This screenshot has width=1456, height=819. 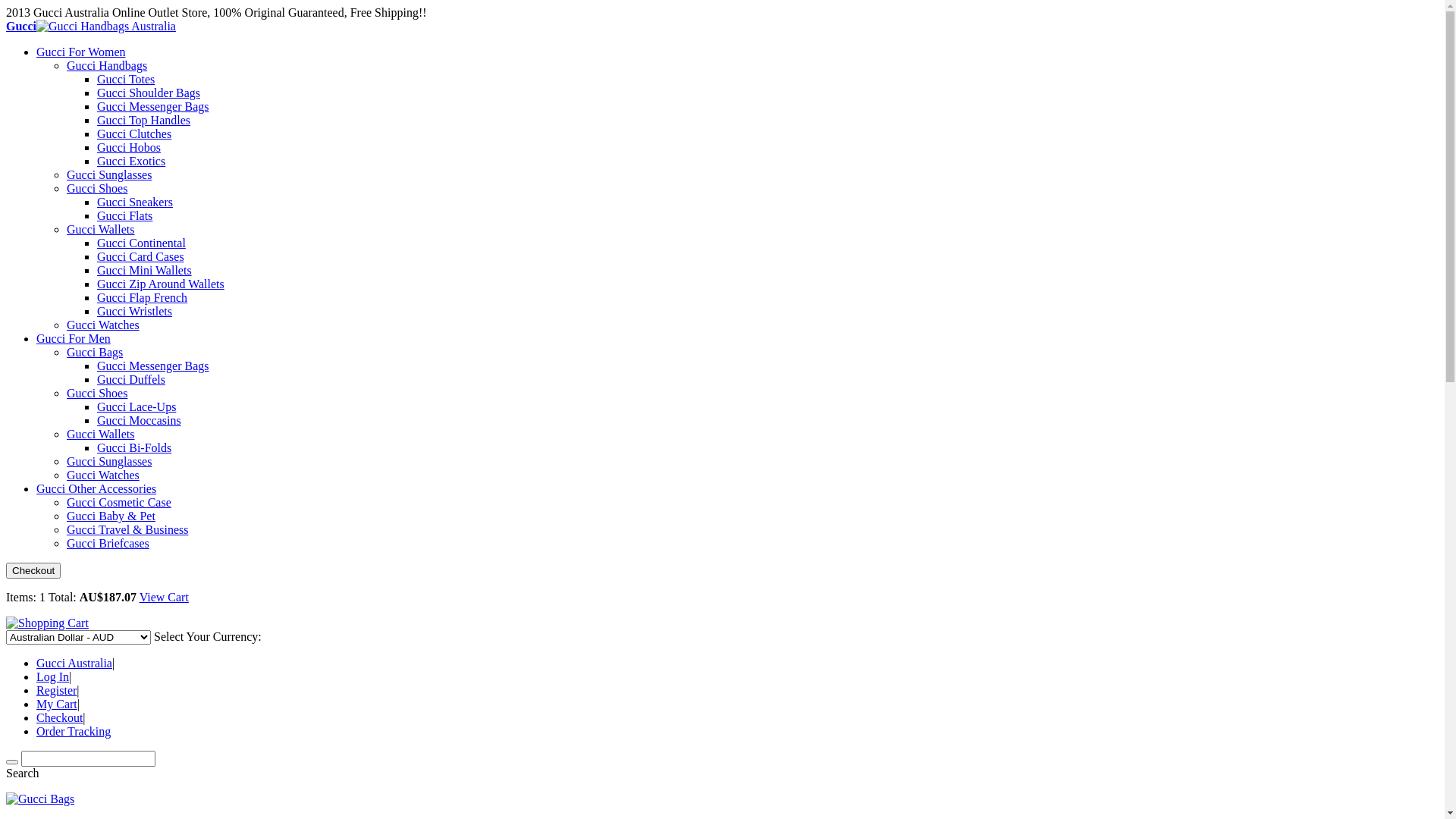 What do you see at coordinates (102, 474) in the screenshot?
I see `'Gucci Watches'` at bounding box center [102, 474].